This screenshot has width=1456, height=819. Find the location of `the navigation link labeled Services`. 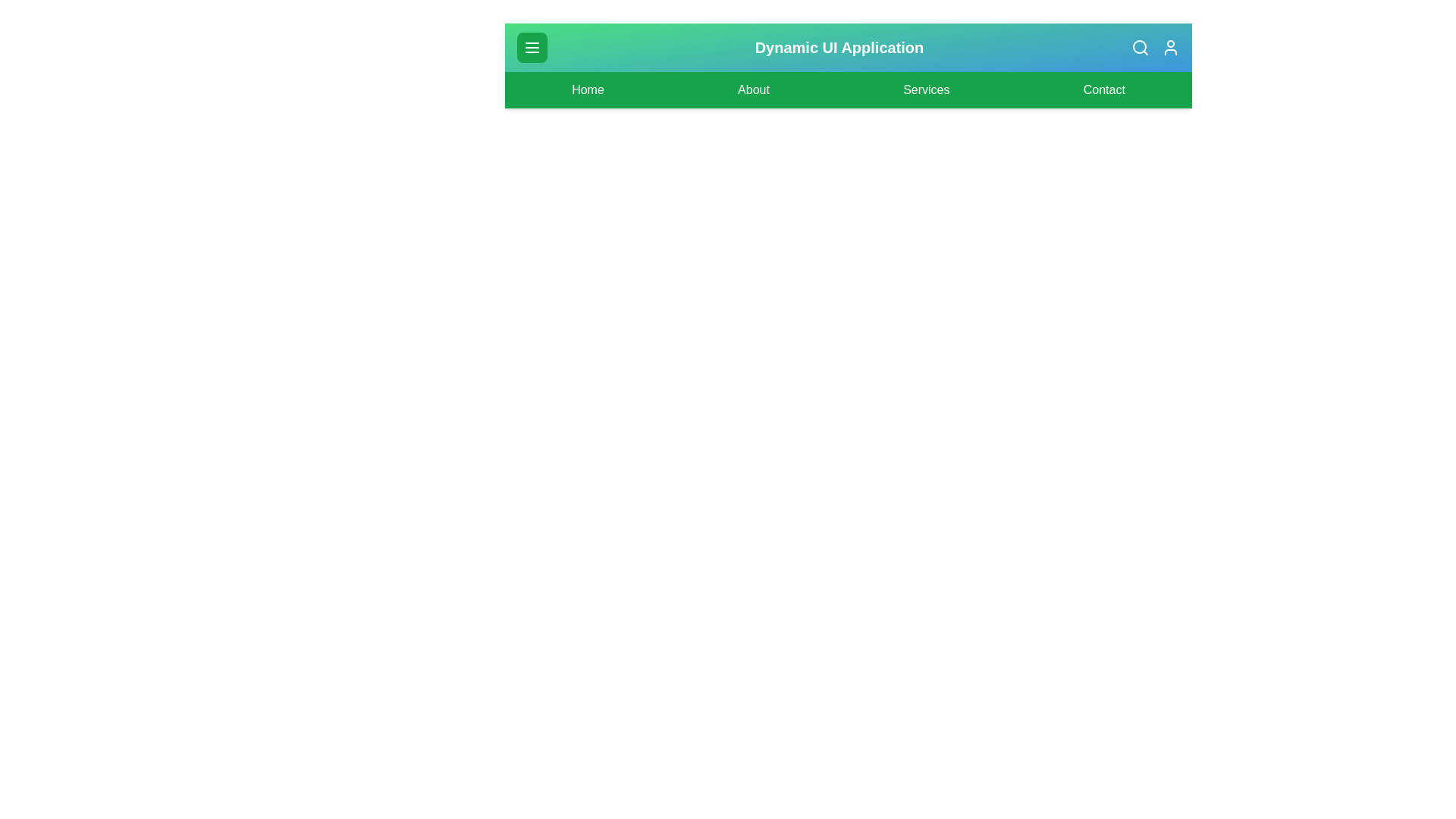

the navigation link labeled Services is located at coordinates (926, 90).